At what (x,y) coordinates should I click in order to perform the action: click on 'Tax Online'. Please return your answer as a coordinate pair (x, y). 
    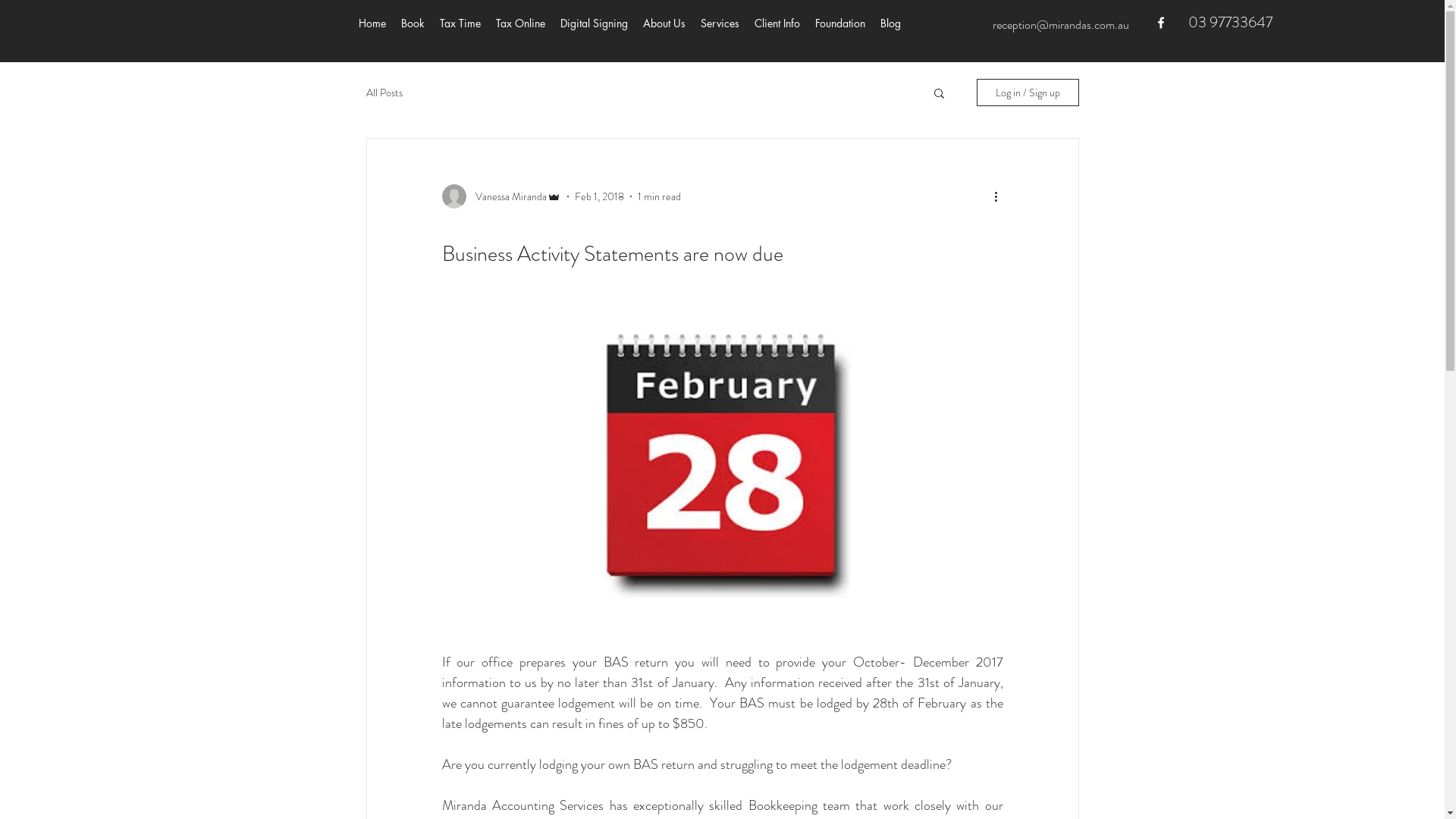
    Looking at the image, I should click on (520, 23).